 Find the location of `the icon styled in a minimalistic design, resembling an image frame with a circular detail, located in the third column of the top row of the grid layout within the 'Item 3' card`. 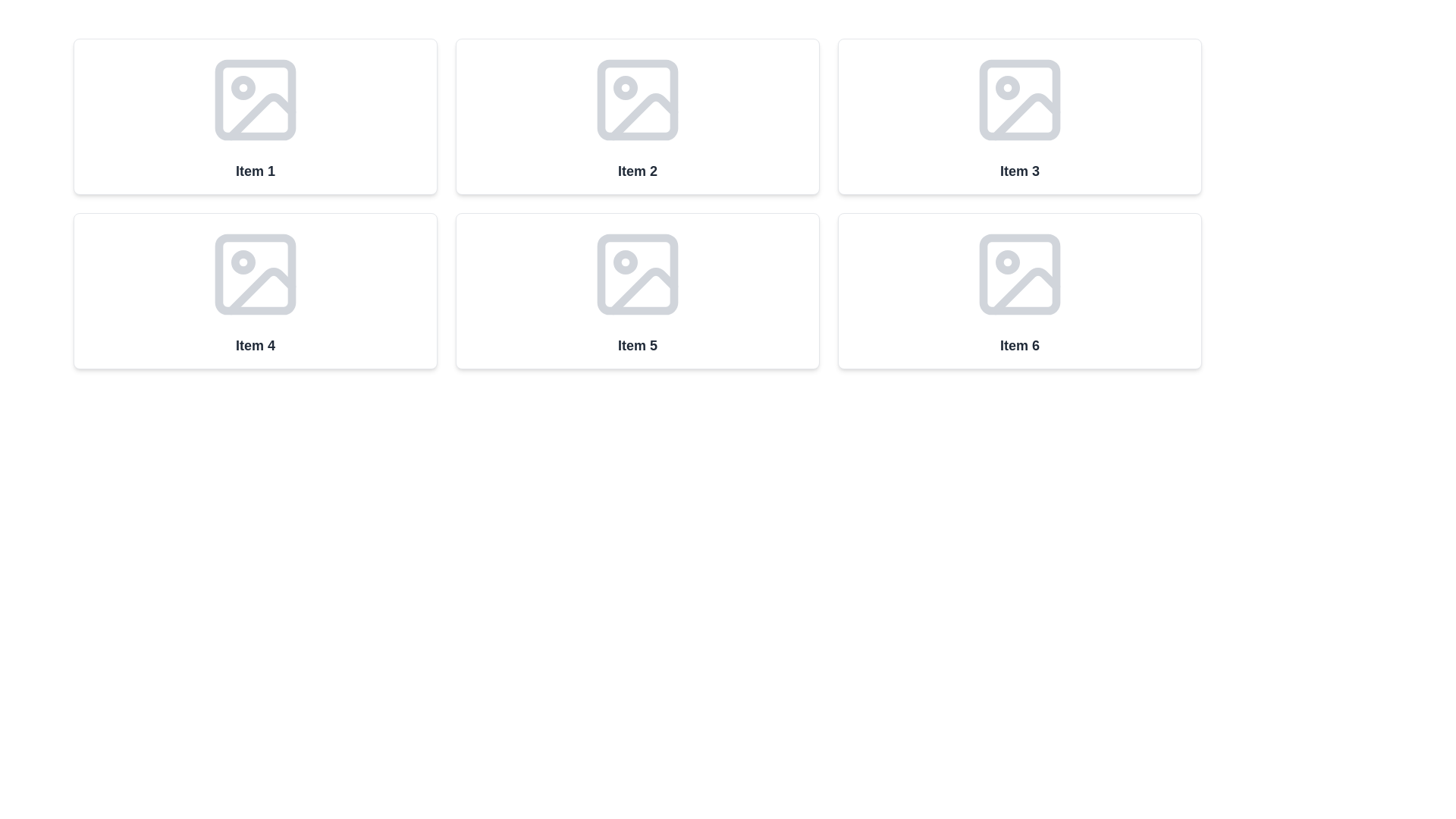

the icon styled in a minimalistic design, resembling an image frame with a circular detail, located in the third column of the top row of the grid layout within the 'Item 3' card is located at coordinates (1019, 99).